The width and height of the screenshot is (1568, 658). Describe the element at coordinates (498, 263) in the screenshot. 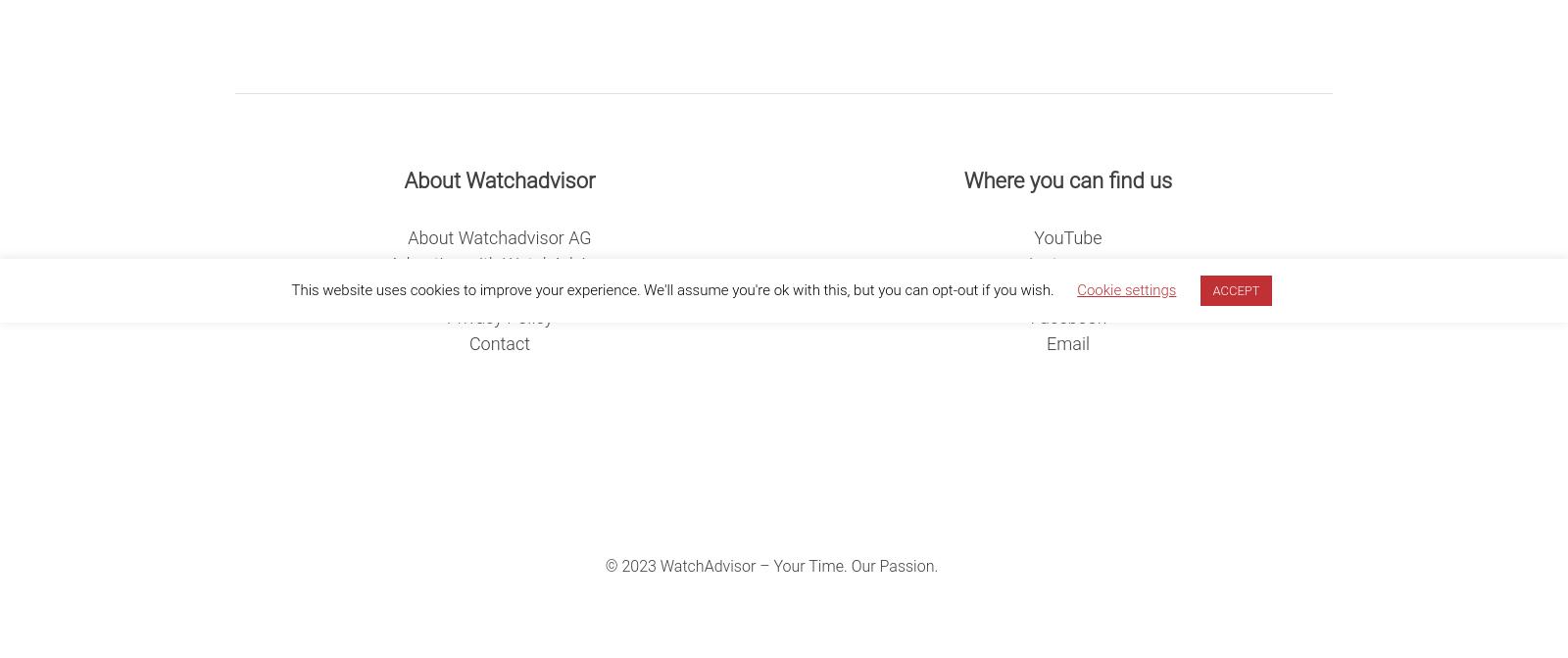

I see `'Advertise with WatchAdvisor'` at that location.